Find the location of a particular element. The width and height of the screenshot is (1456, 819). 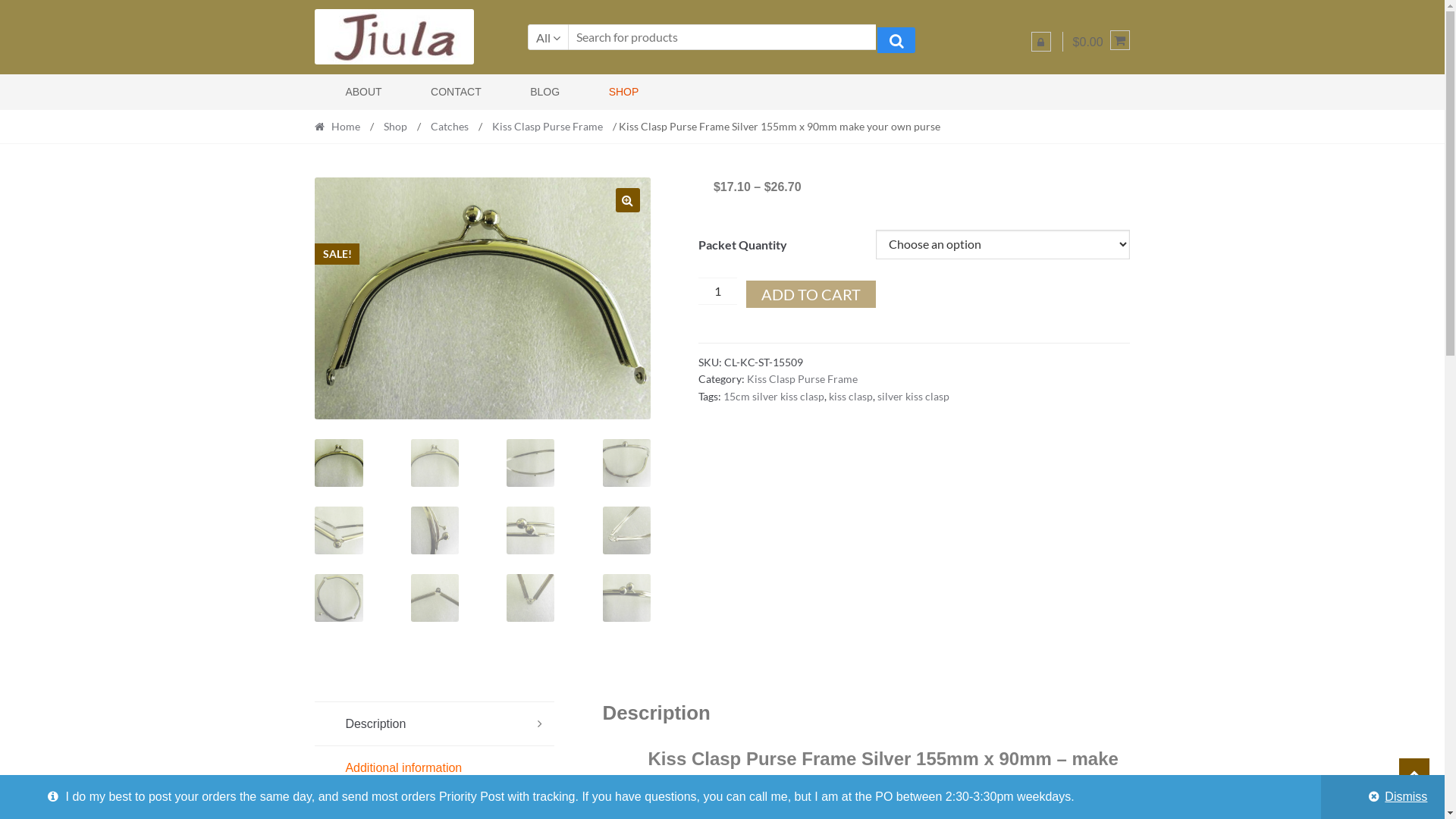

'BLOG' is located at coordinates (529, 92).